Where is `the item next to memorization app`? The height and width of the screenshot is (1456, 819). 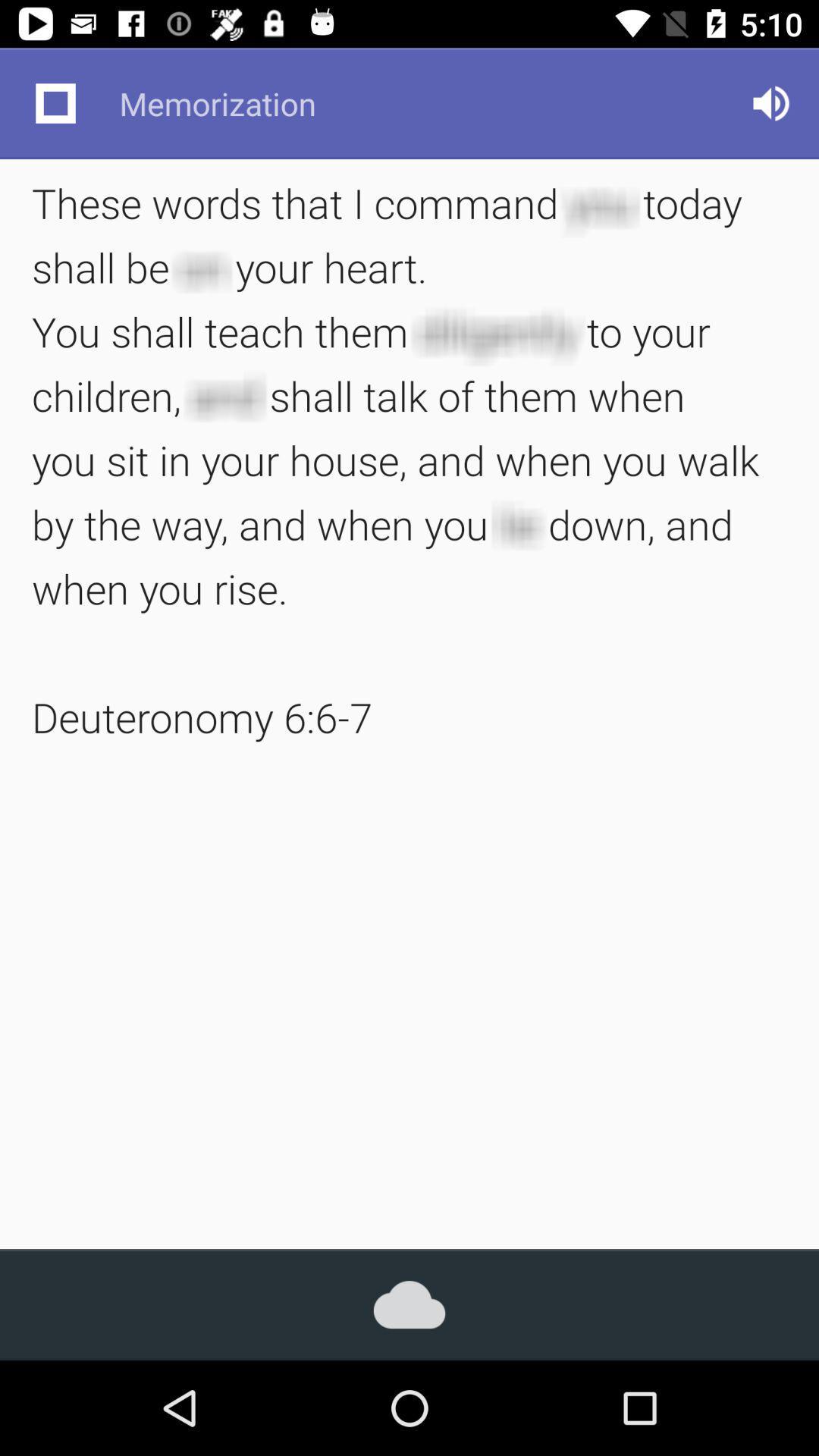 the item next to memorization app is located at coordinates (55, 102).